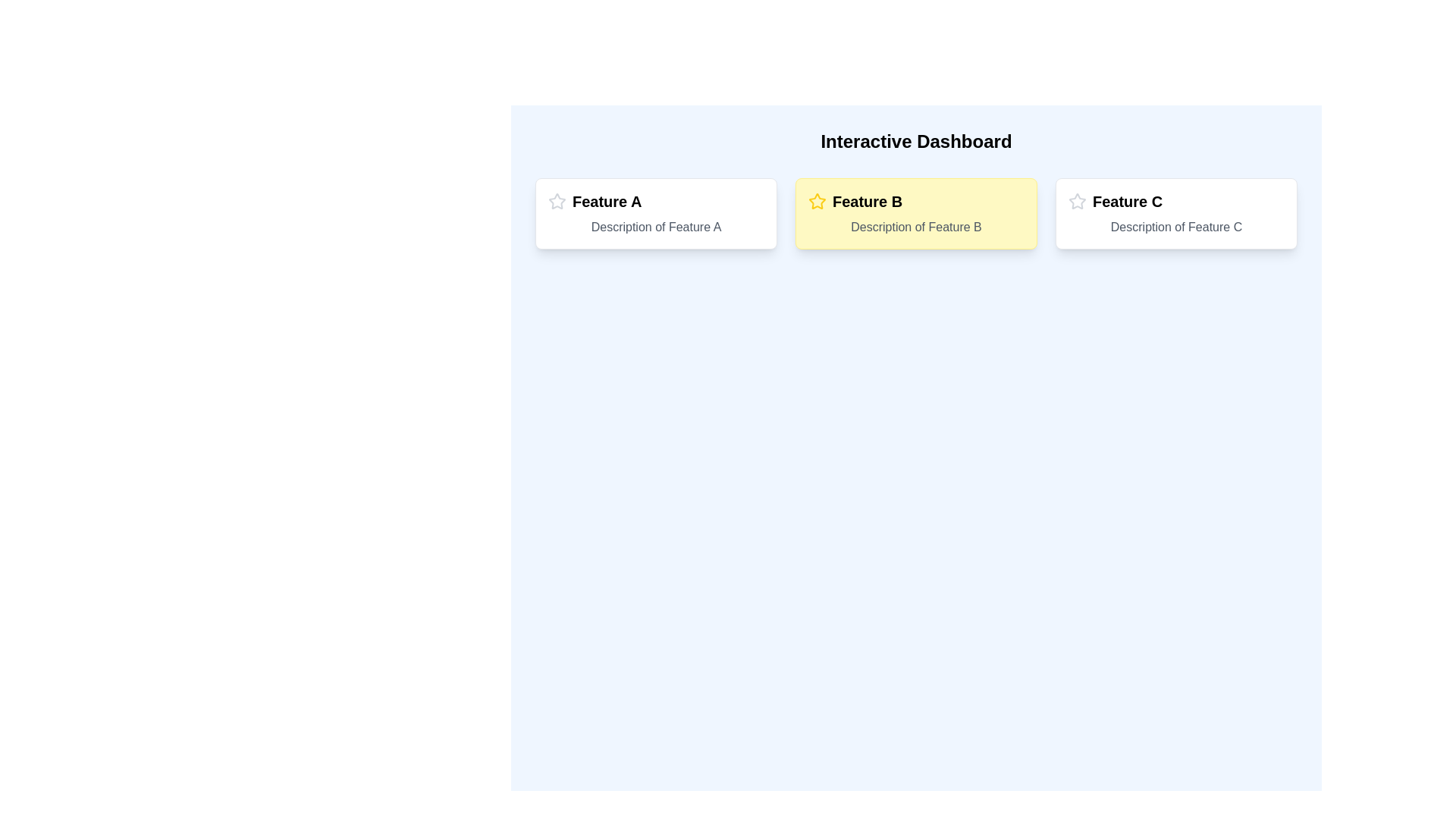  Describe the element at coordinates (817, 201) in the screenshot. I see `the vibrant yellow star icon located at the top-left corner of the 'Feature B' card on the interactive dashboard` at that location.